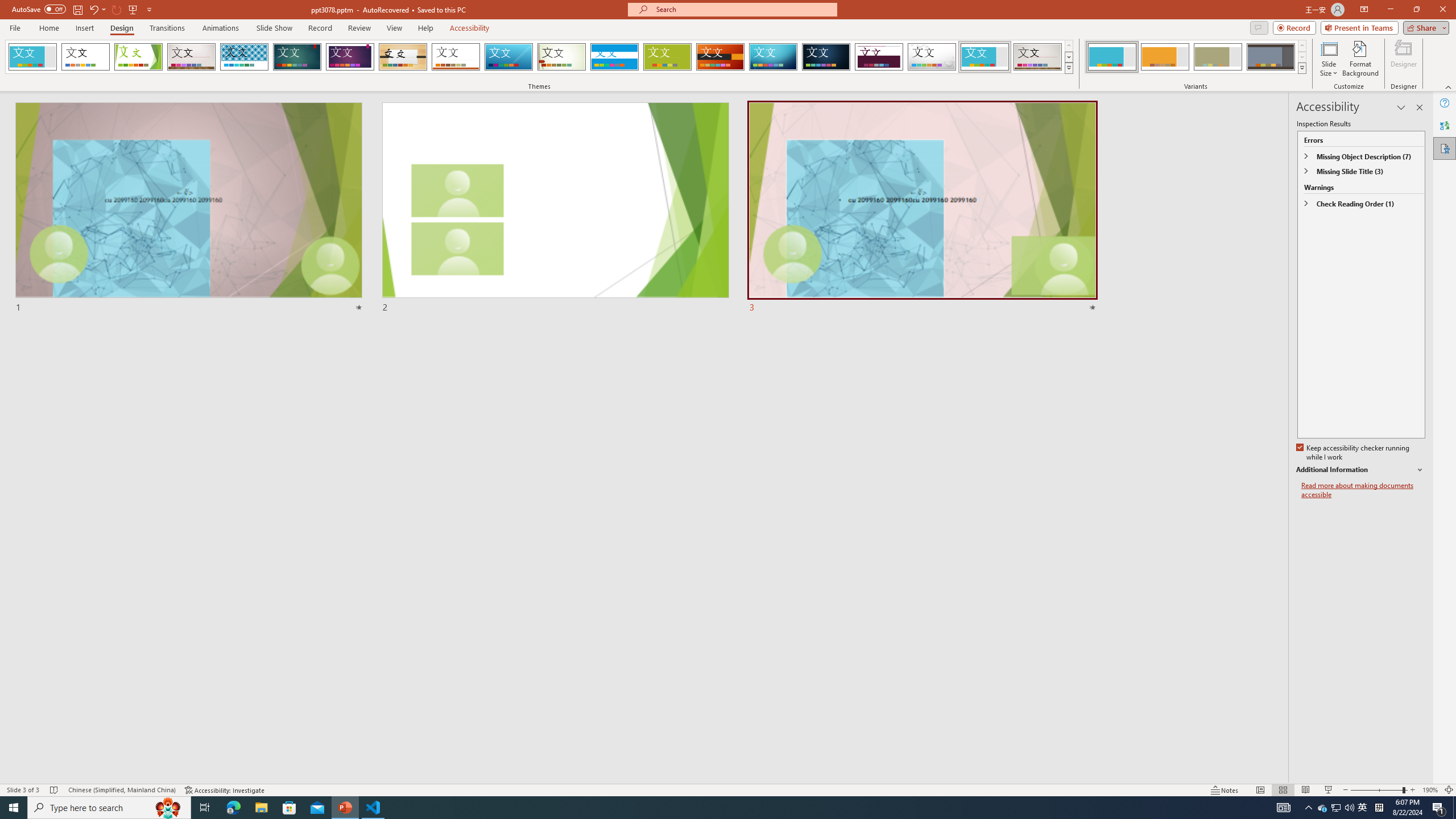 The image size is (1456, 819). What do you see at coordinates (403, 56) in the screenshot?
I see `'Organic'` at bounding box center [403, 56].